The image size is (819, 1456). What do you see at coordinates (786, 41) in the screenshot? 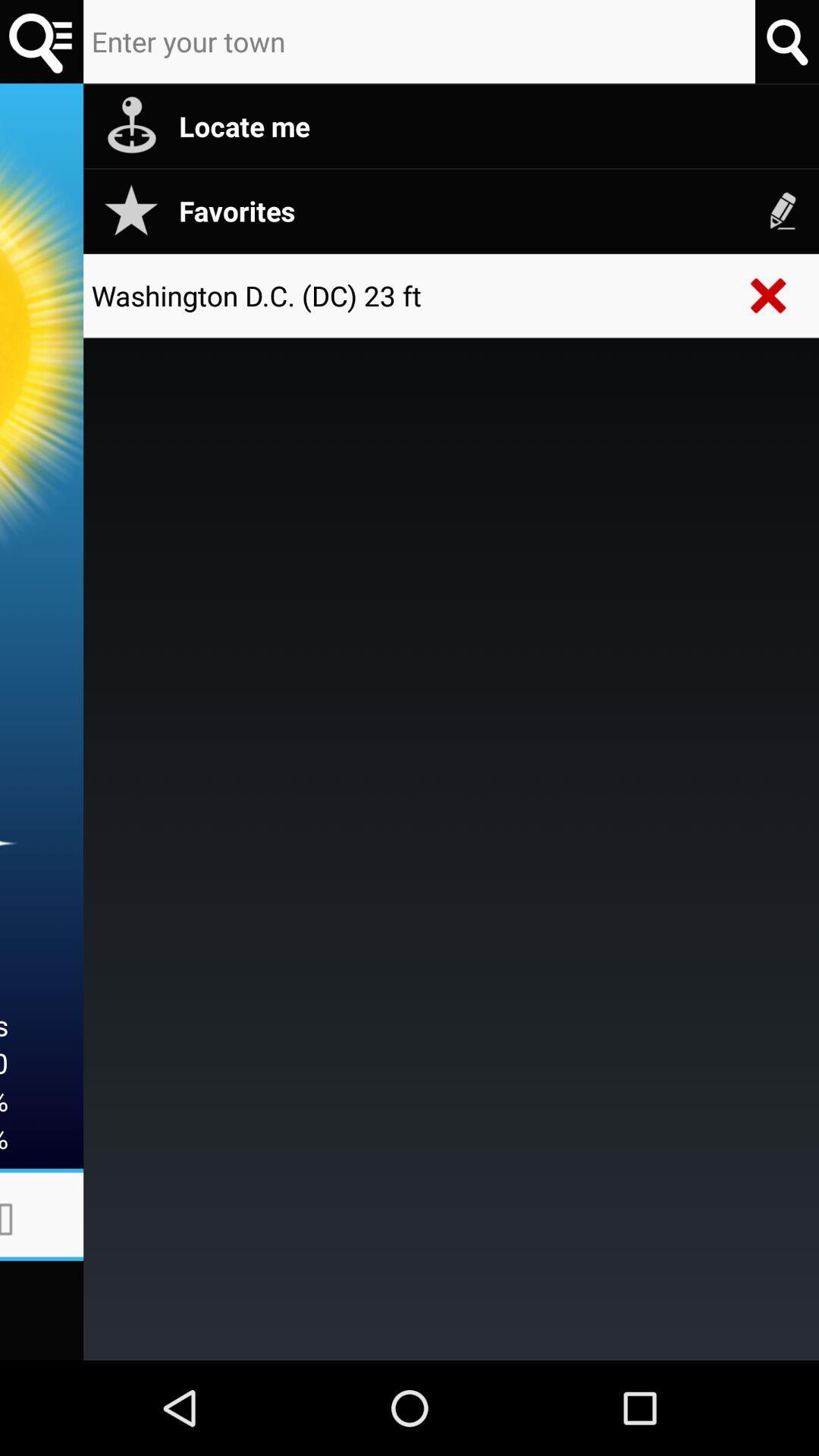
I see `item above the locate me app` at bounding box center [786, 41].